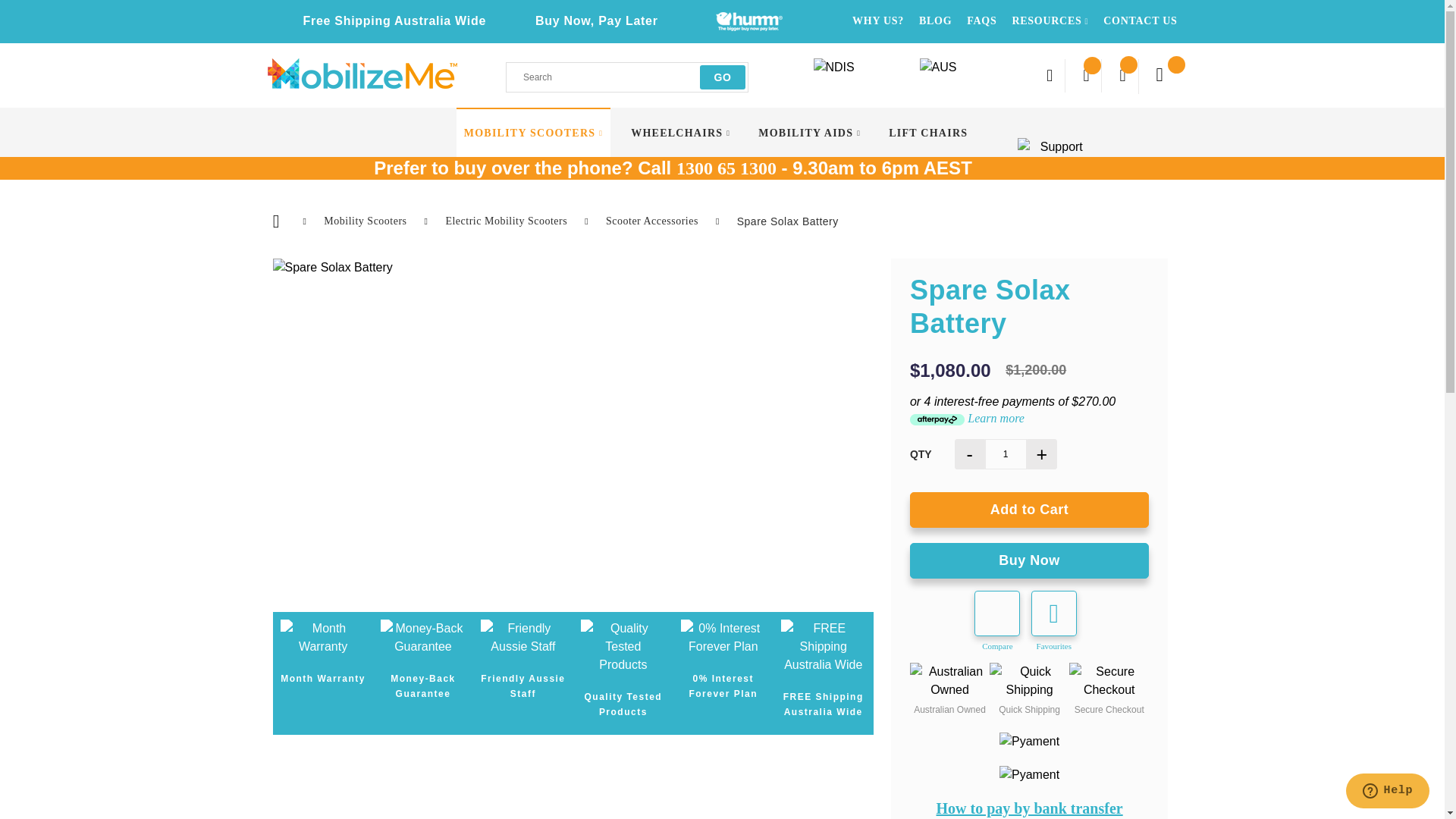 The height and width of the screenshot is (819, 1456). What do you see at coordinates (1040, 453) in the screenshot?
I see `'+'` at bounding box center [1040, 453].